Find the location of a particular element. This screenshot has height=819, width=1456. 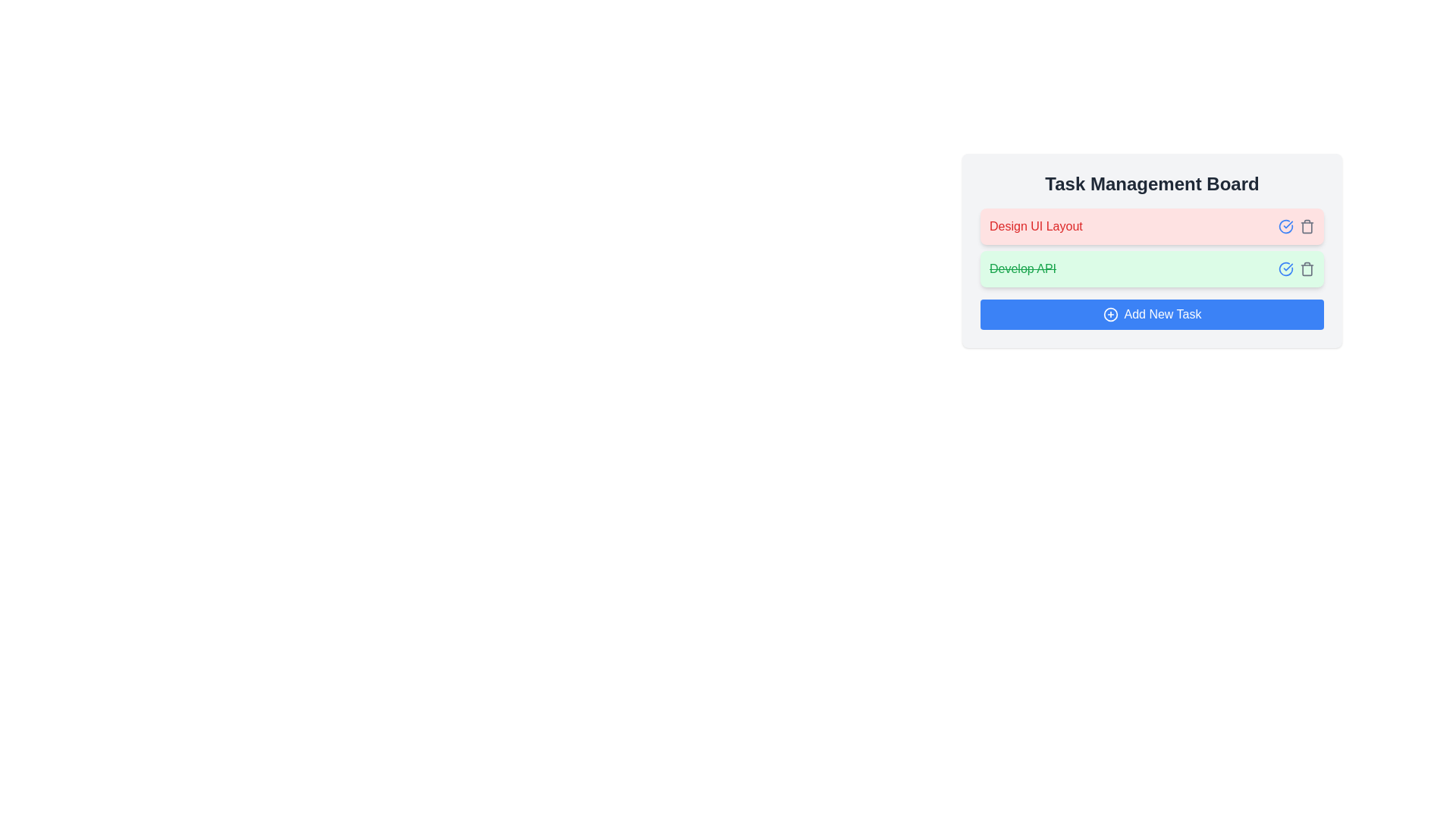

the status icon located on the right side of the 'Develop API' task entry in the task management board is located at coordinates (1285, 268).